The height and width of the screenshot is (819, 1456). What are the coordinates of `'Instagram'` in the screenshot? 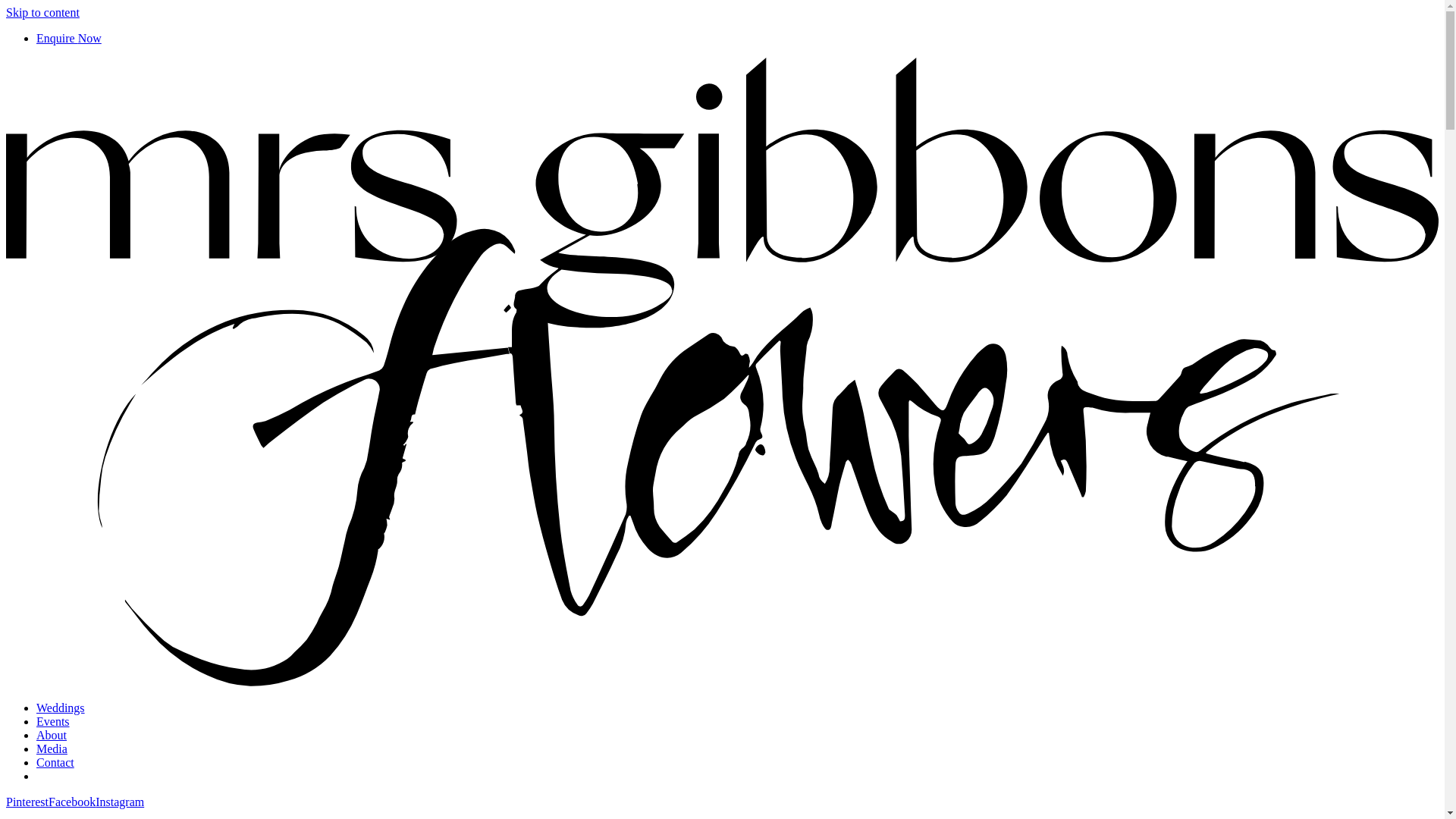 It's located at (119, 801).